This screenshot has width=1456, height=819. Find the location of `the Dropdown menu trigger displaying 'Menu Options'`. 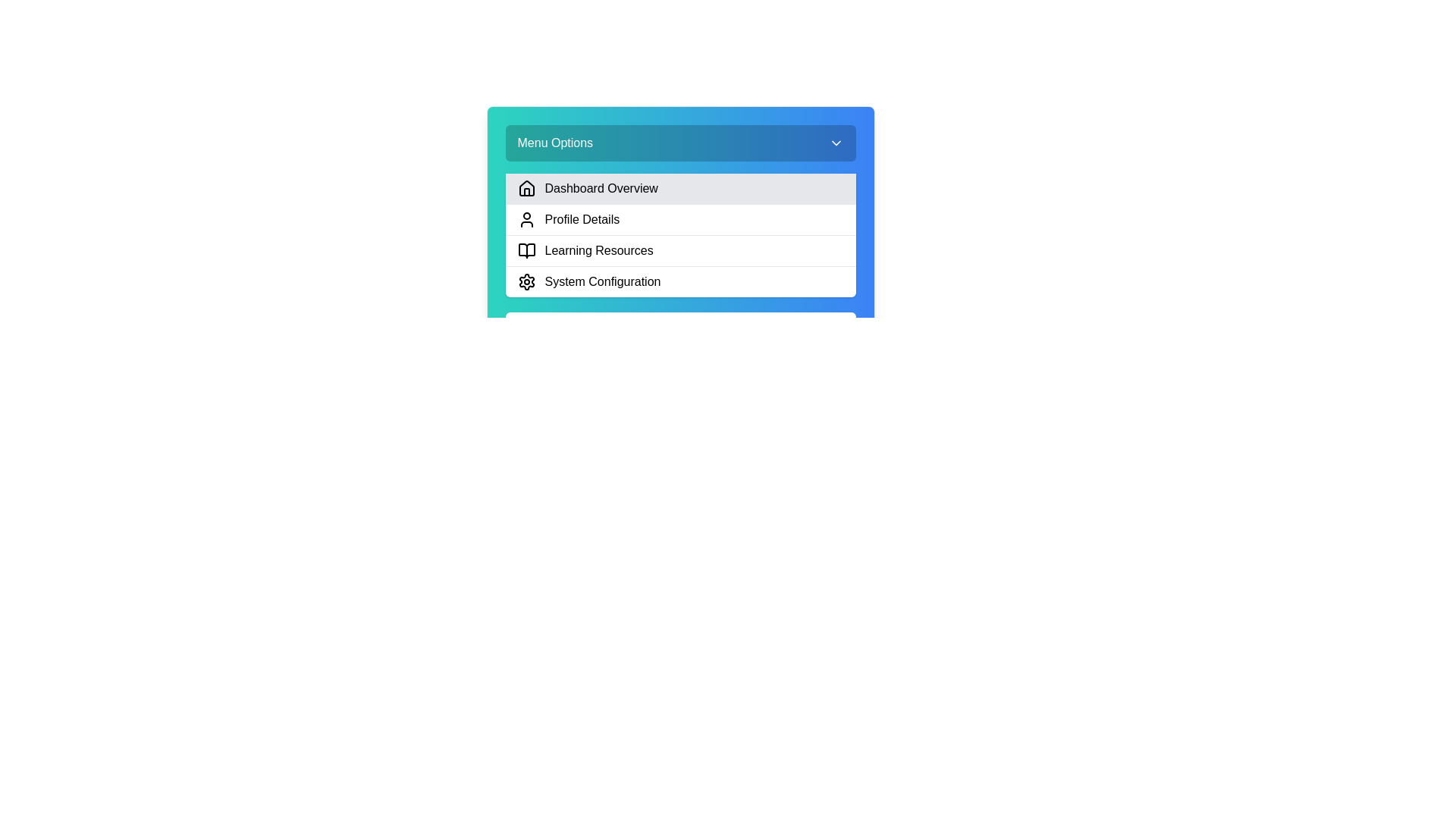

the Dropdown menu trigger displaying 'Menu Options' is located at coordinates (679, 143).